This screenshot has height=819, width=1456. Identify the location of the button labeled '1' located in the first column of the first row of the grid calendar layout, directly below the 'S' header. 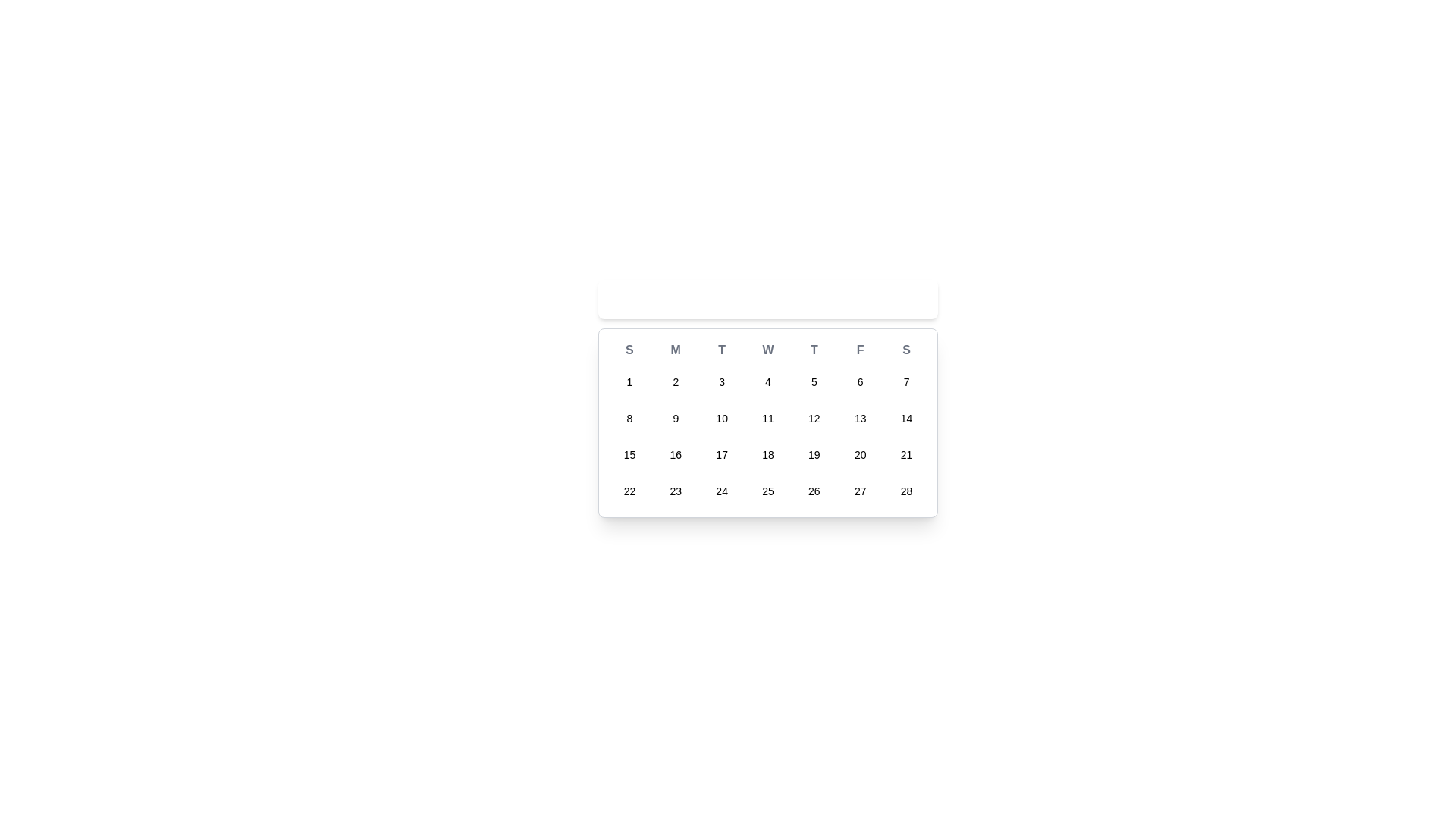
(629, 381).